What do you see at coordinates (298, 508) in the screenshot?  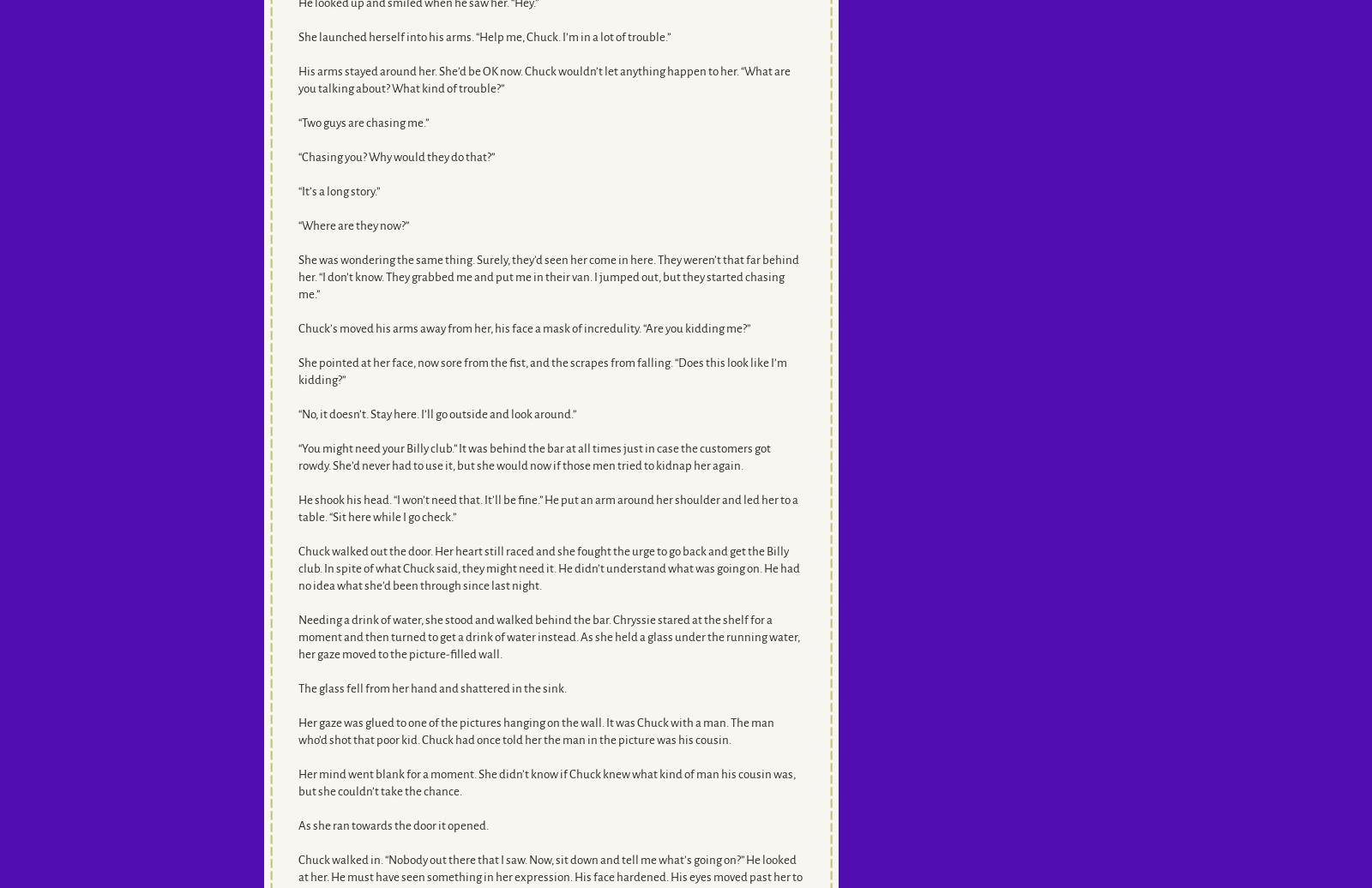 I see `'He shook his head. “I won’t need that. It’ll be fine.” He put an arm around her shoulder and led her to a table. “Sit here while I go check.”'` at bounding box center [298, 508].